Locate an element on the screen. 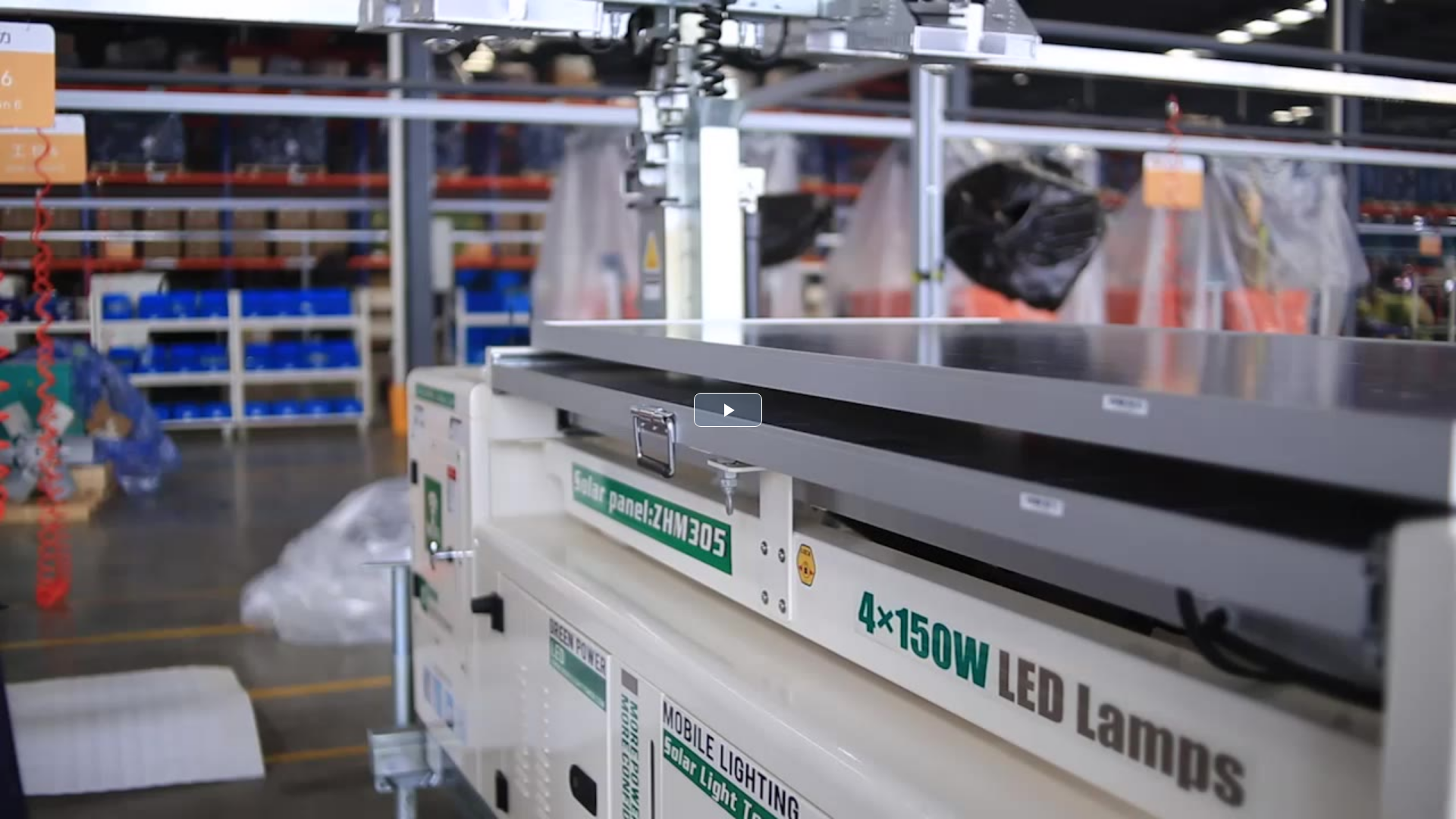 The image size is (1456, 819). 'Play Video' is located at coordinates (728, 409).